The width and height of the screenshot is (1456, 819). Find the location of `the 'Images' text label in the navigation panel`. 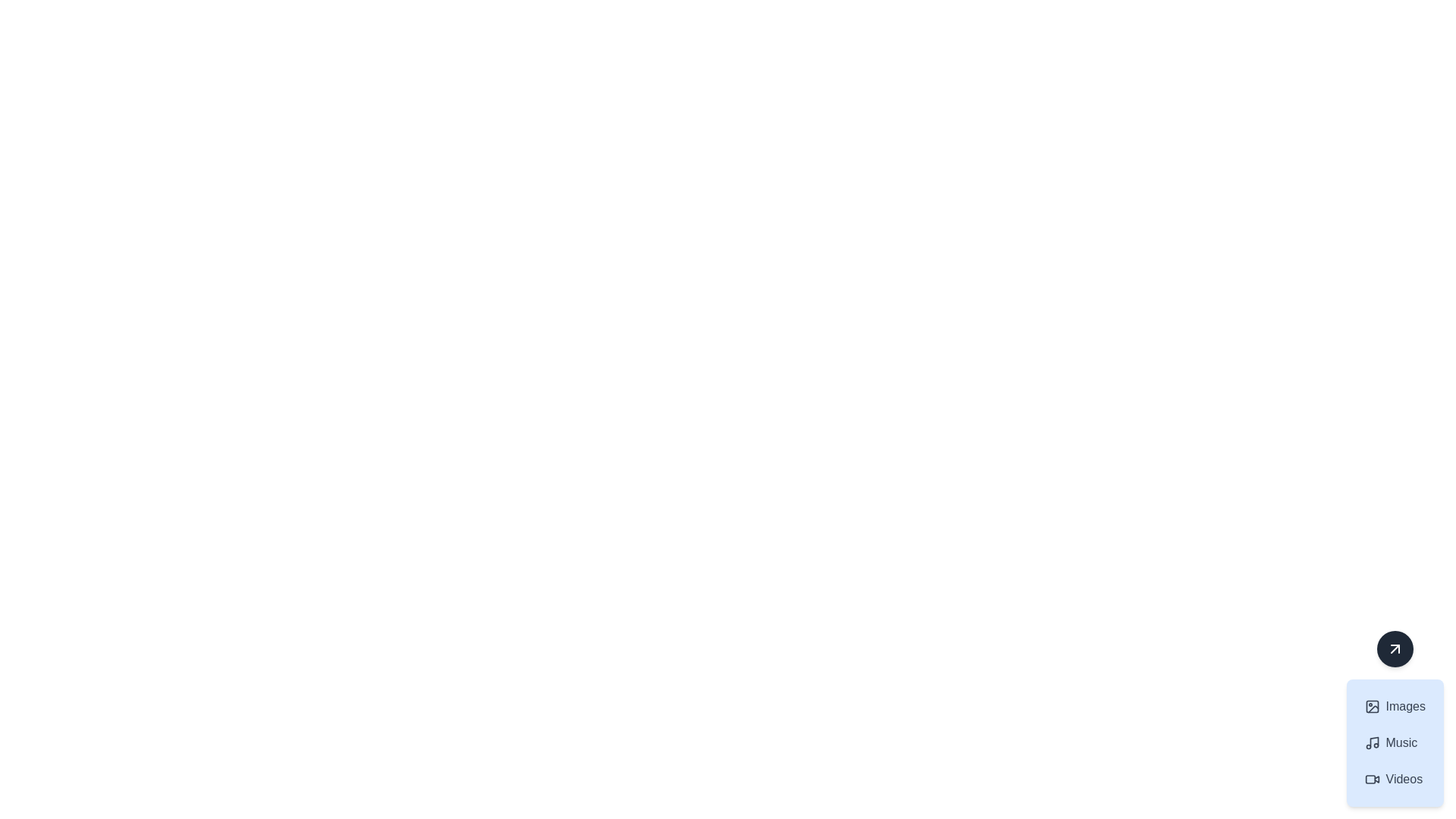

the 'Images' text label in the navigation panel is located at coordinates (1404, 707).